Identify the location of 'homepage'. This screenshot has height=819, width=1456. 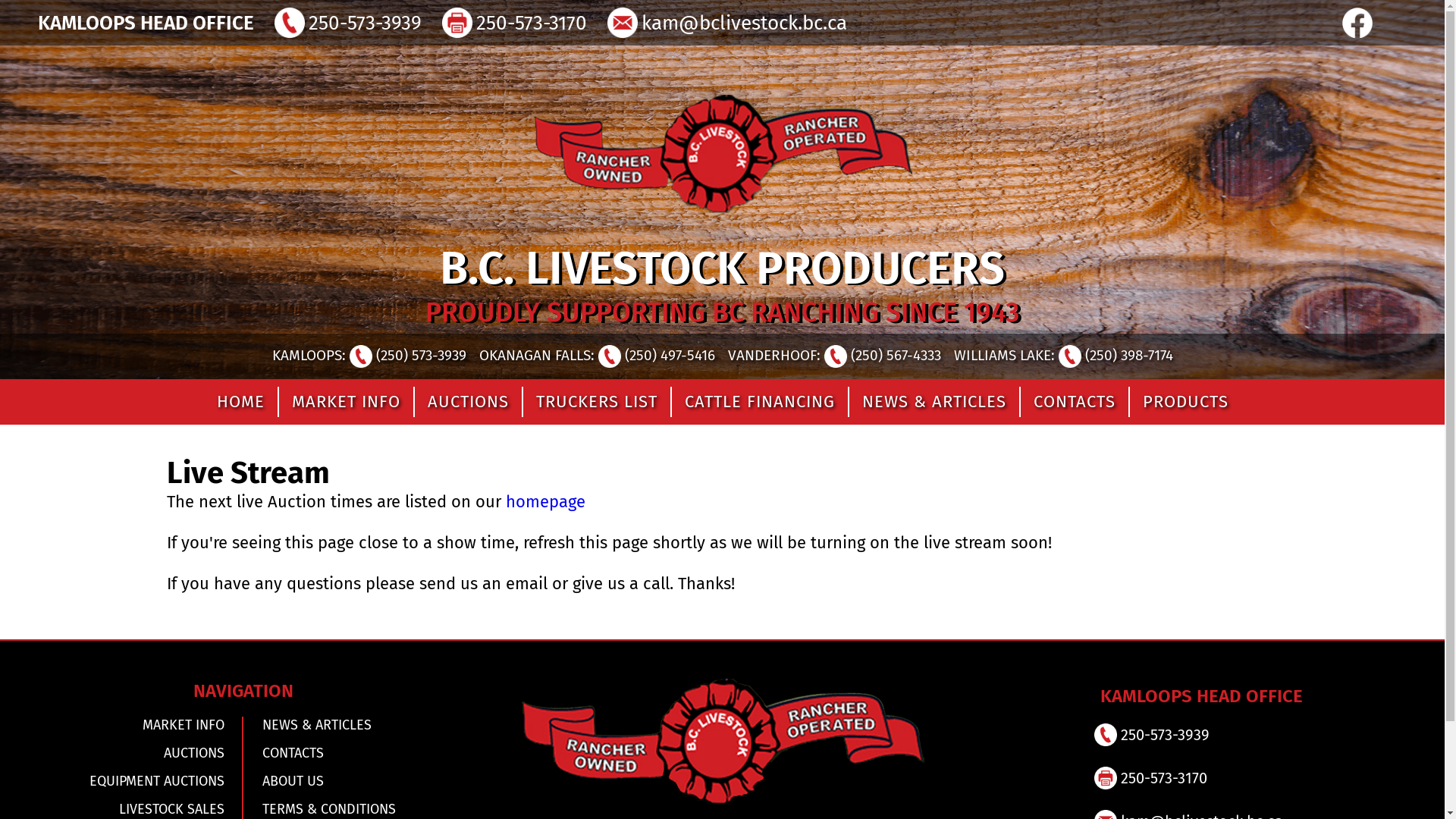
(545, 501).